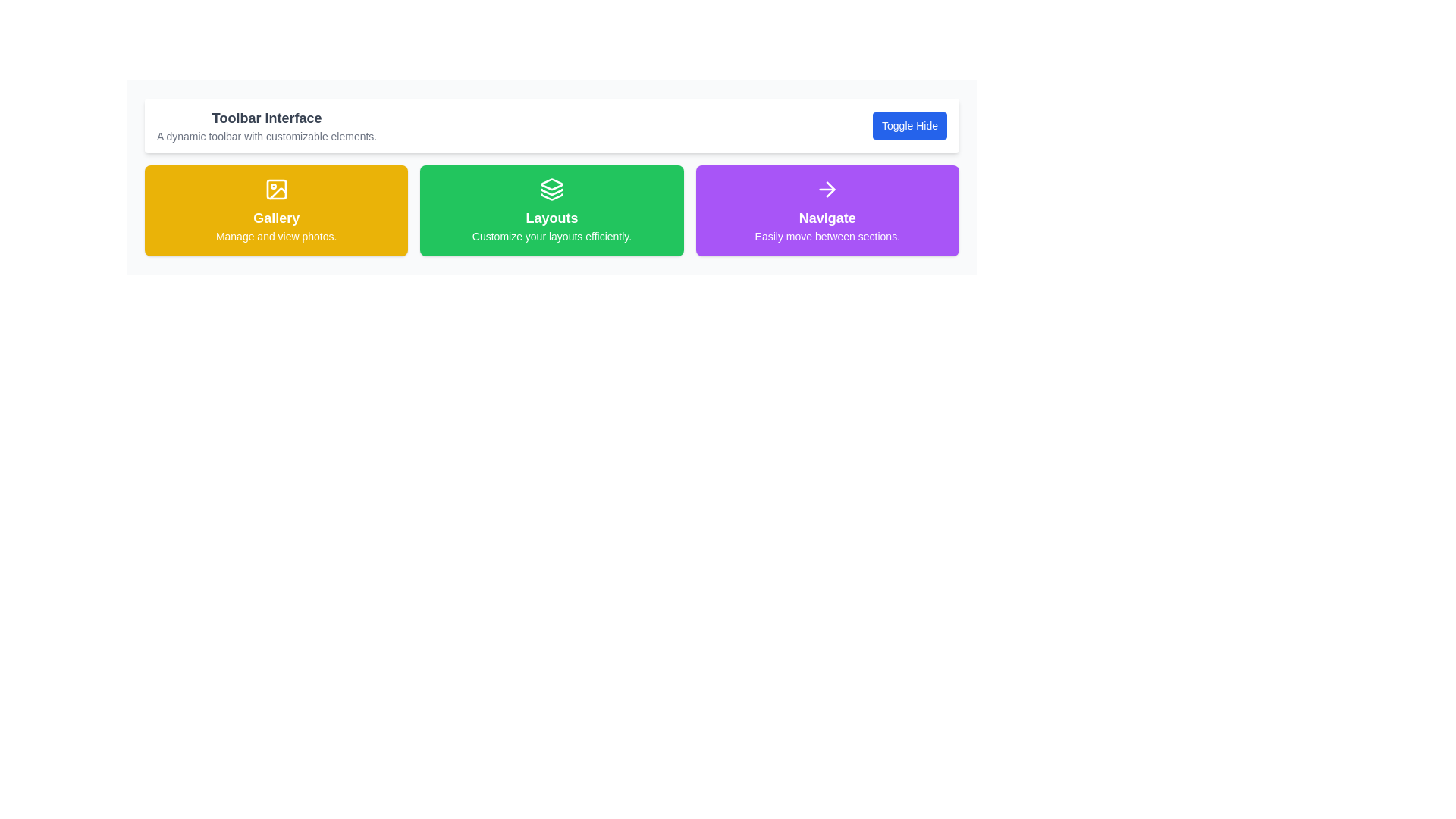 Image resolution: width=1456 pixels, height=819 pixels. Describe the element at coordinates (827, 237) in the screenshot. I see `the static text element containing the text 'Easily move between sections.' which is styled in a small-sized font and located within a purple card beneath the 'Navigate' text and adjacent to a right-arrow icon` at that location.